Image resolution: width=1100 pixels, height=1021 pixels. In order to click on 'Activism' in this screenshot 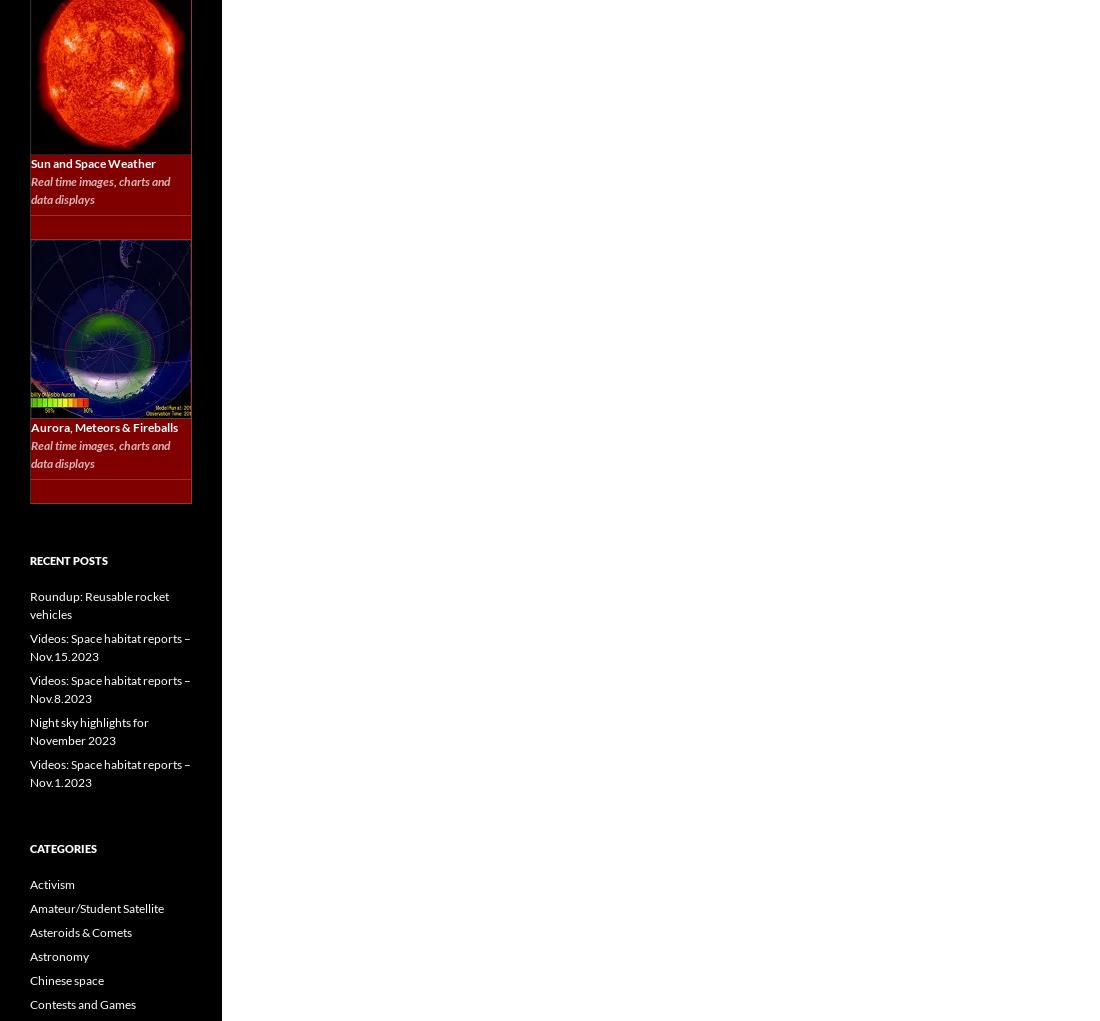, I will do `click(51, 883)`.